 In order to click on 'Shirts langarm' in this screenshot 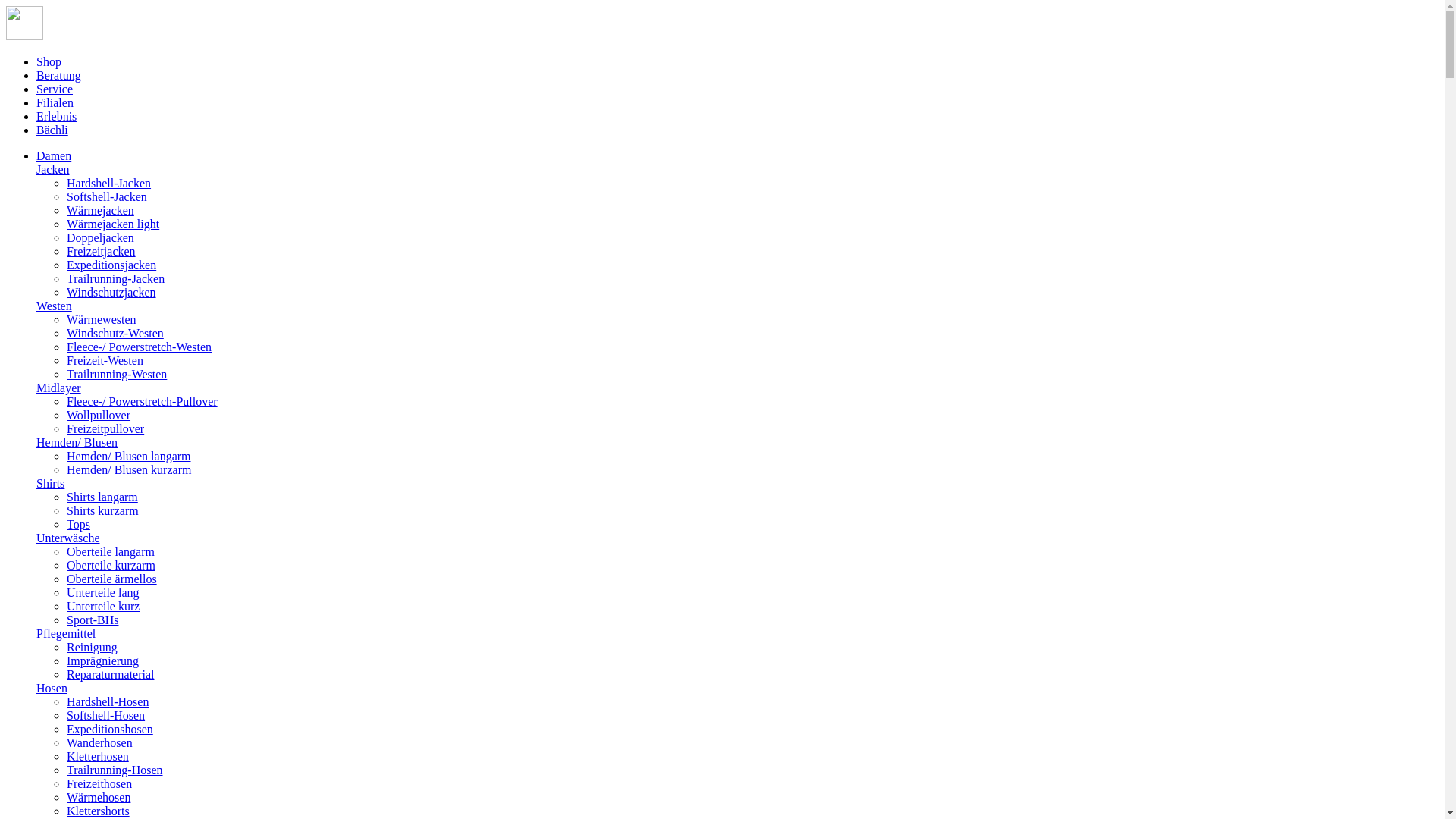, I will do `click(101, 497)`.